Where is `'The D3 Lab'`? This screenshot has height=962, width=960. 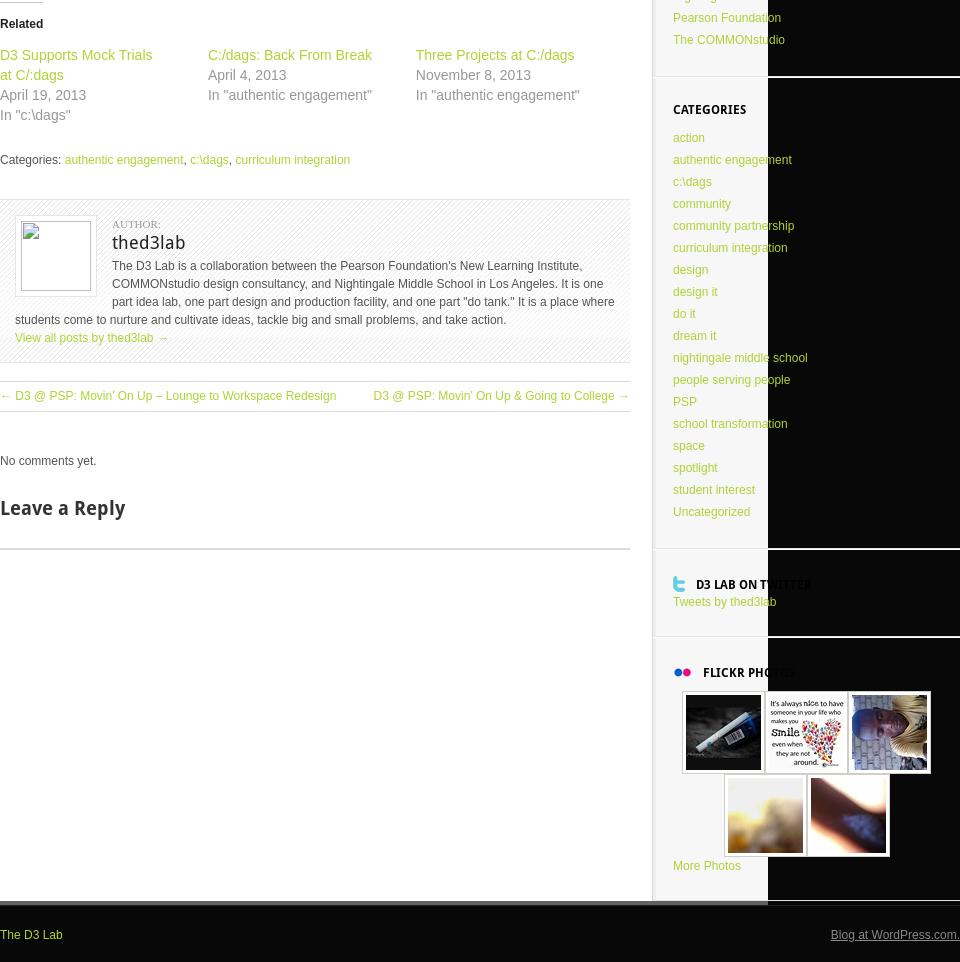
'The D3 Lab' is located at coordinates (30, 934).